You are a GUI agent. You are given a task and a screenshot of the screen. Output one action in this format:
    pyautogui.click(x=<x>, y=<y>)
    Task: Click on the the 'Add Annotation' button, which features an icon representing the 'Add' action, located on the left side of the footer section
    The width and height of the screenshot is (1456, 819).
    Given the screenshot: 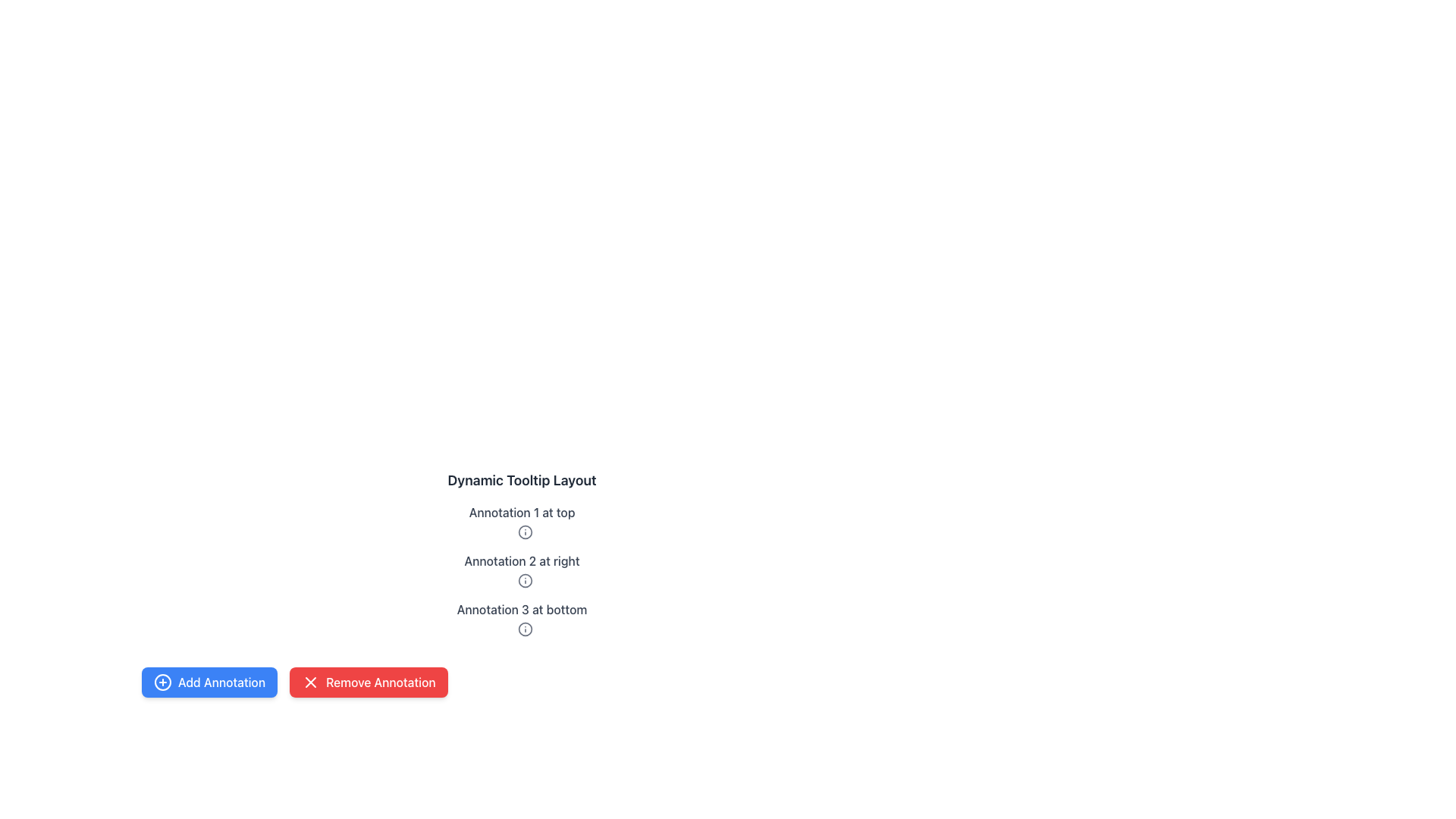 What is the action you would take?
    pyautogui.click(x=163, y=681)
    